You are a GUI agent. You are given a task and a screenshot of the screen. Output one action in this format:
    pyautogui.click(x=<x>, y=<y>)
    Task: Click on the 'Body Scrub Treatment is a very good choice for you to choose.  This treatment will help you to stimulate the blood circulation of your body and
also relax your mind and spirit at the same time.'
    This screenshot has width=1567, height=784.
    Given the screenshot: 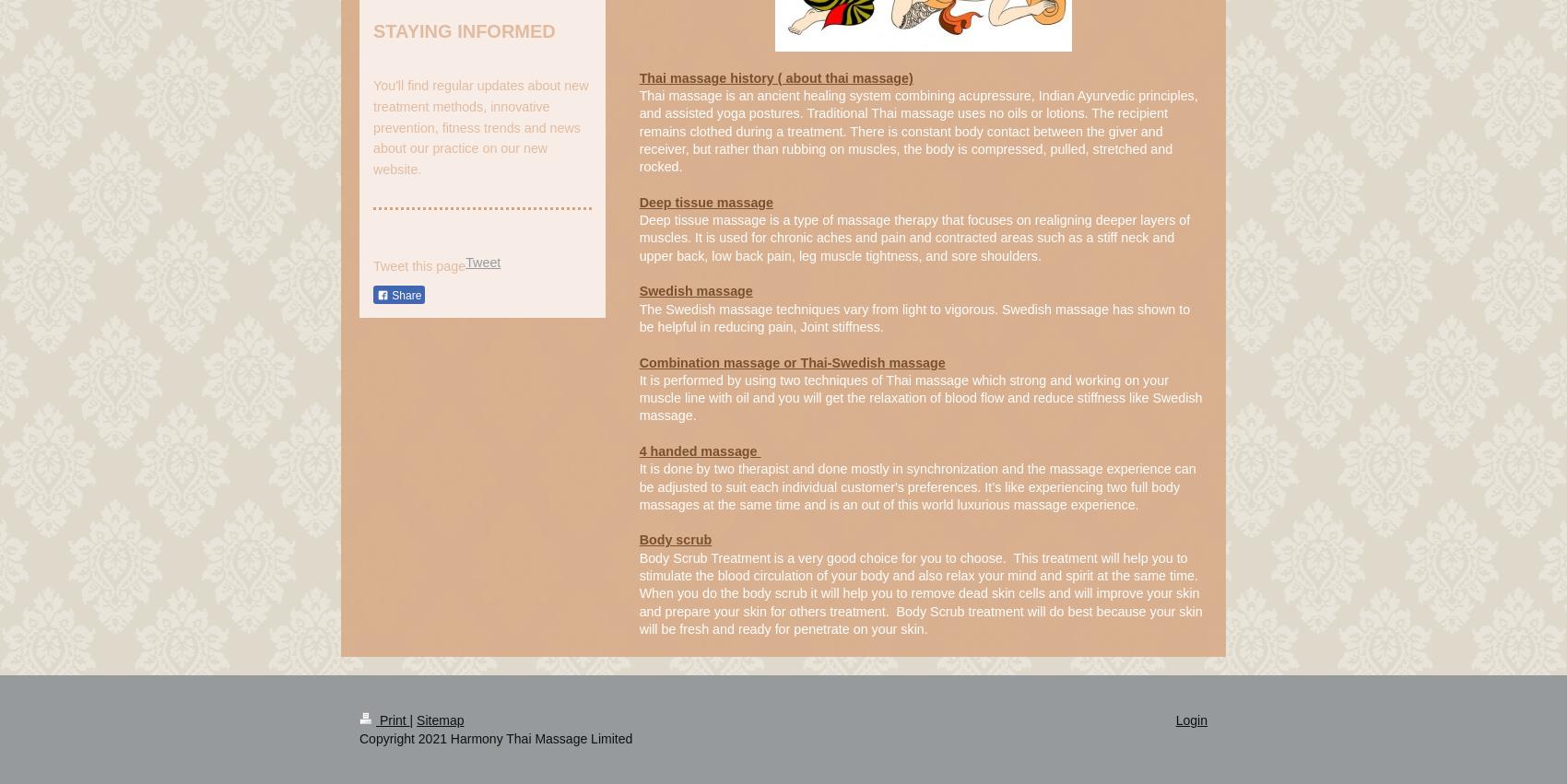 What is the action you would take?
    pyautogui.click(x=919, y=567)
    